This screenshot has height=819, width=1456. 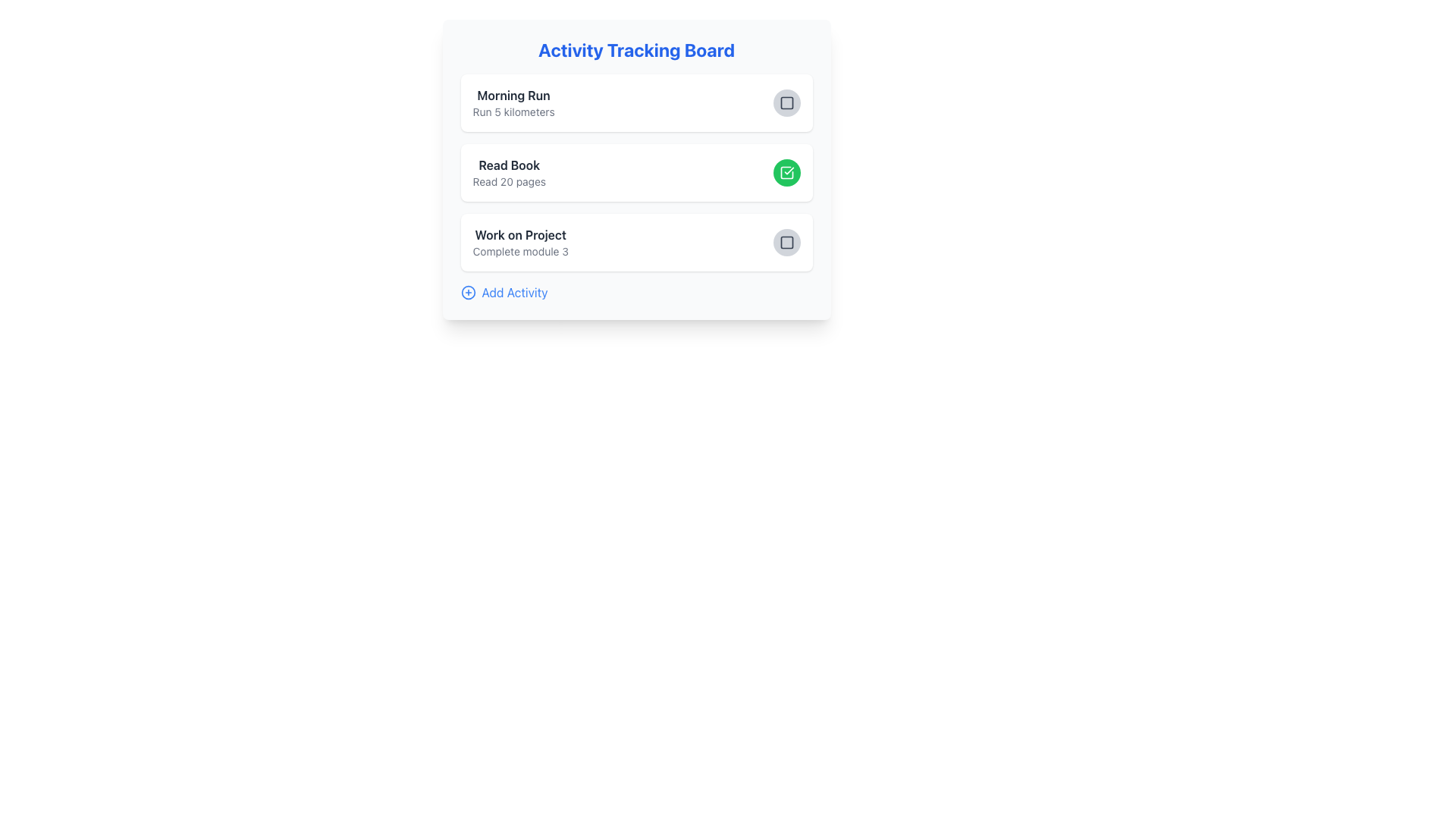 What do you see at coordinates (786, 171) in the screenshot?
I see `the checkbox icon resembling a square with rounded edges and an open checkmark inside it, located in the second row corresponding with the 'Read Book' activity` at bounding box center [786, 171].